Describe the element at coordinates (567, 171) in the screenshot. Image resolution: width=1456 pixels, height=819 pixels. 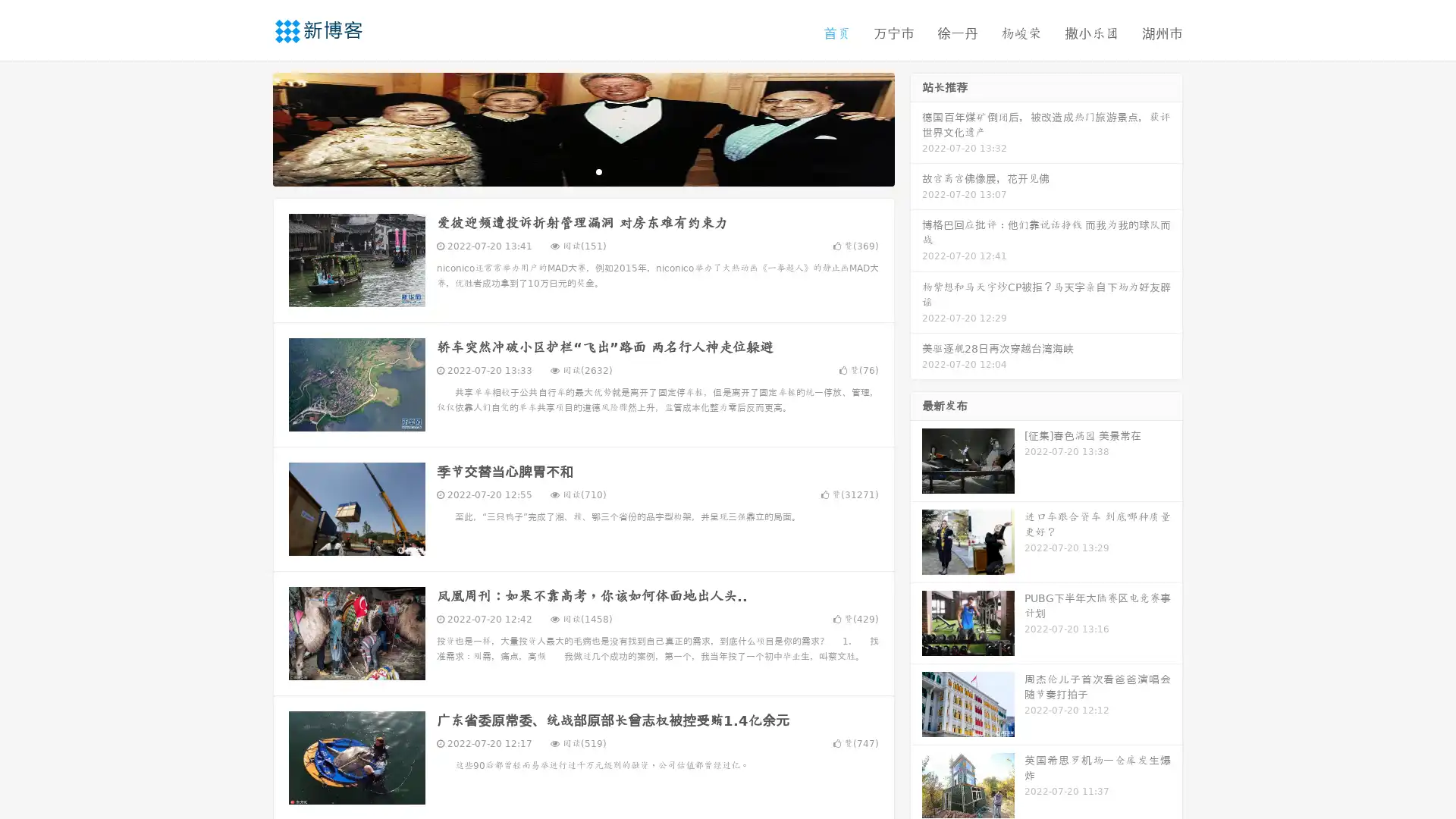
I see `Go to slide 1` at that location.